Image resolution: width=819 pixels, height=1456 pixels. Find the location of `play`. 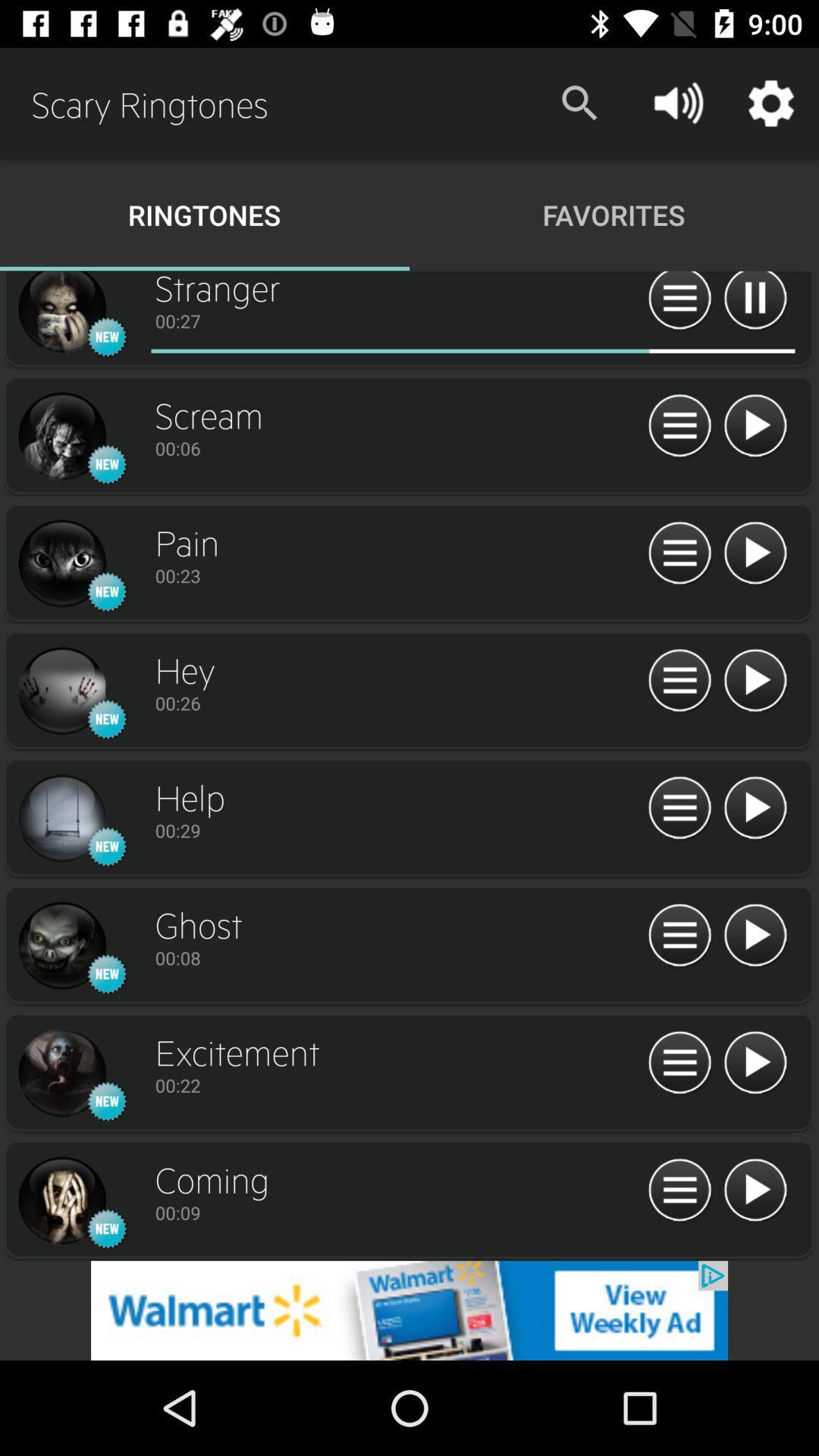

play is located at coordinates (755, 1190).